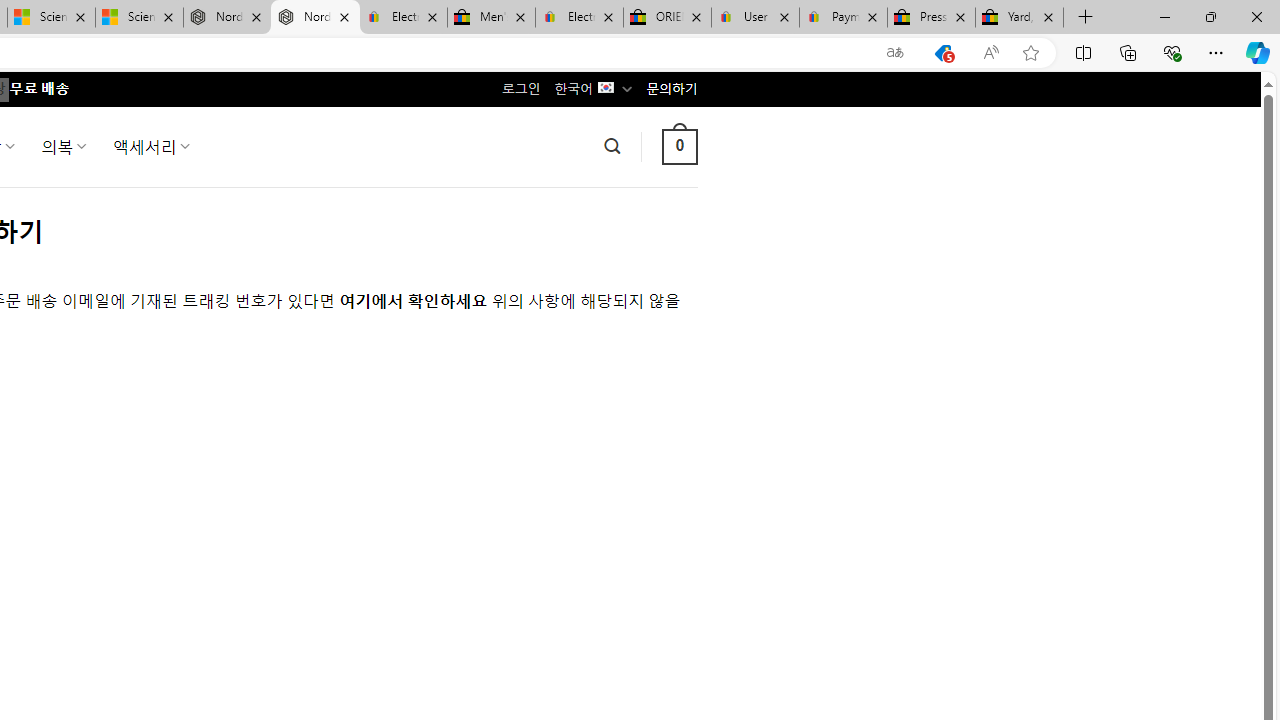 Image resolution: width=1280 pixels, height=720 pixels. I want to click on 'This site has coupons! Shopping in Microsoft Edge, 5', so click(942, 52).